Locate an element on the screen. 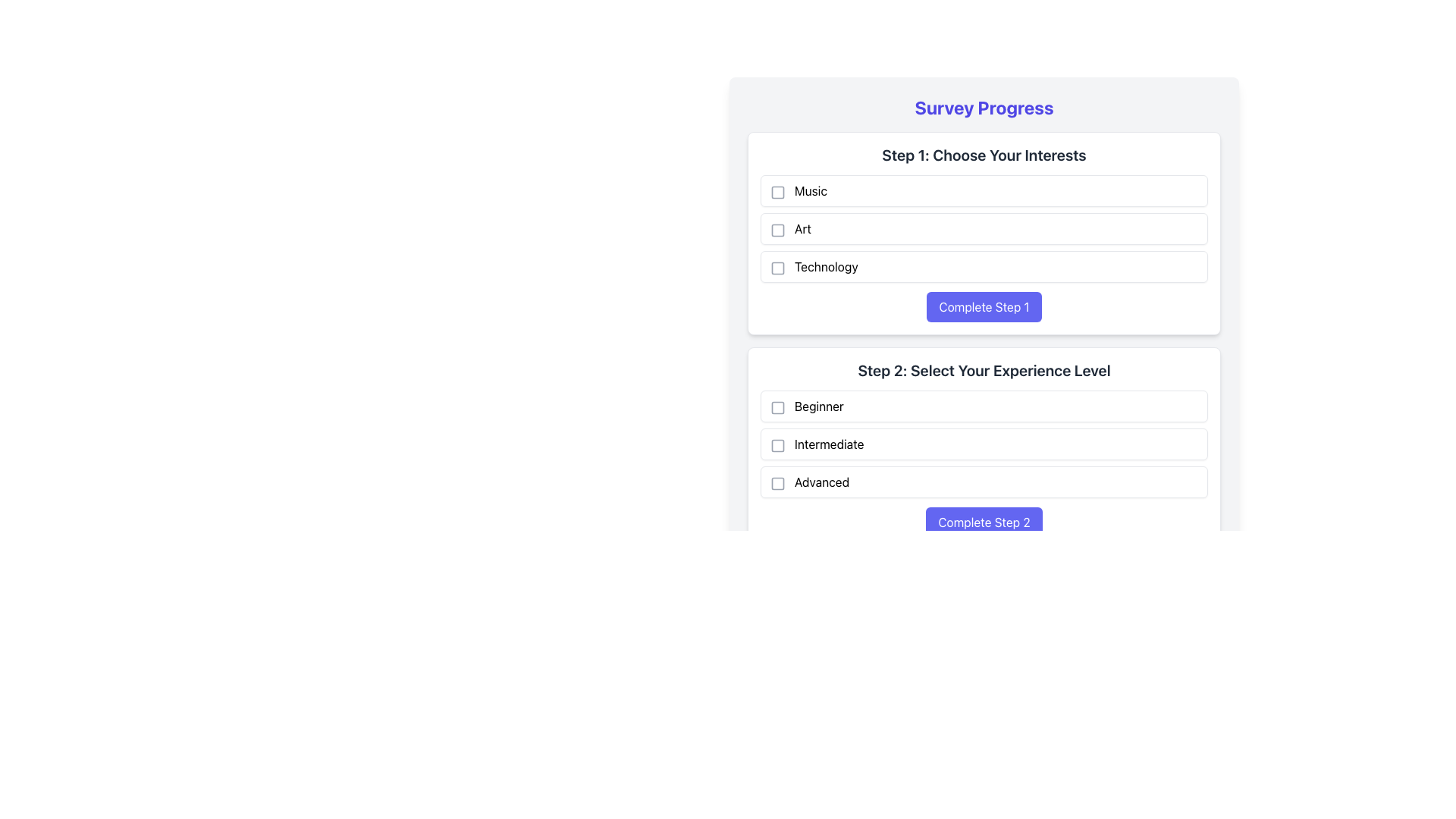  the Checkbox-like interactive element located to the left of the label text 'Intermediate' in the 'Step 2: Select Your Experience Level' section to interact with it is located at coordinates (778, 444).